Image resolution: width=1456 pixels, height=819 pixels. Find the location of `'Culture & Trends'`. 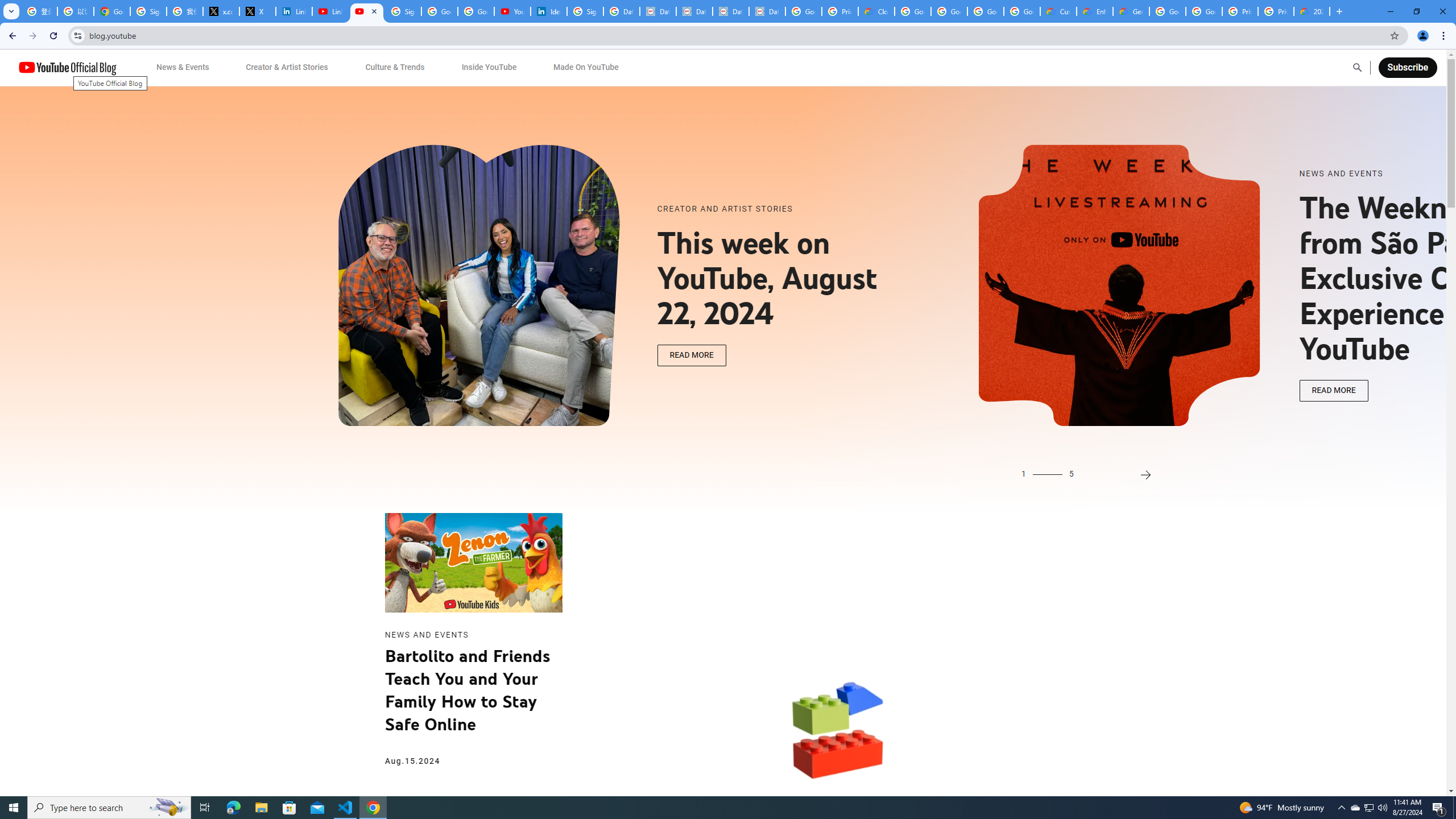

'Culture & Trends' is located at coordinates (395, 67).